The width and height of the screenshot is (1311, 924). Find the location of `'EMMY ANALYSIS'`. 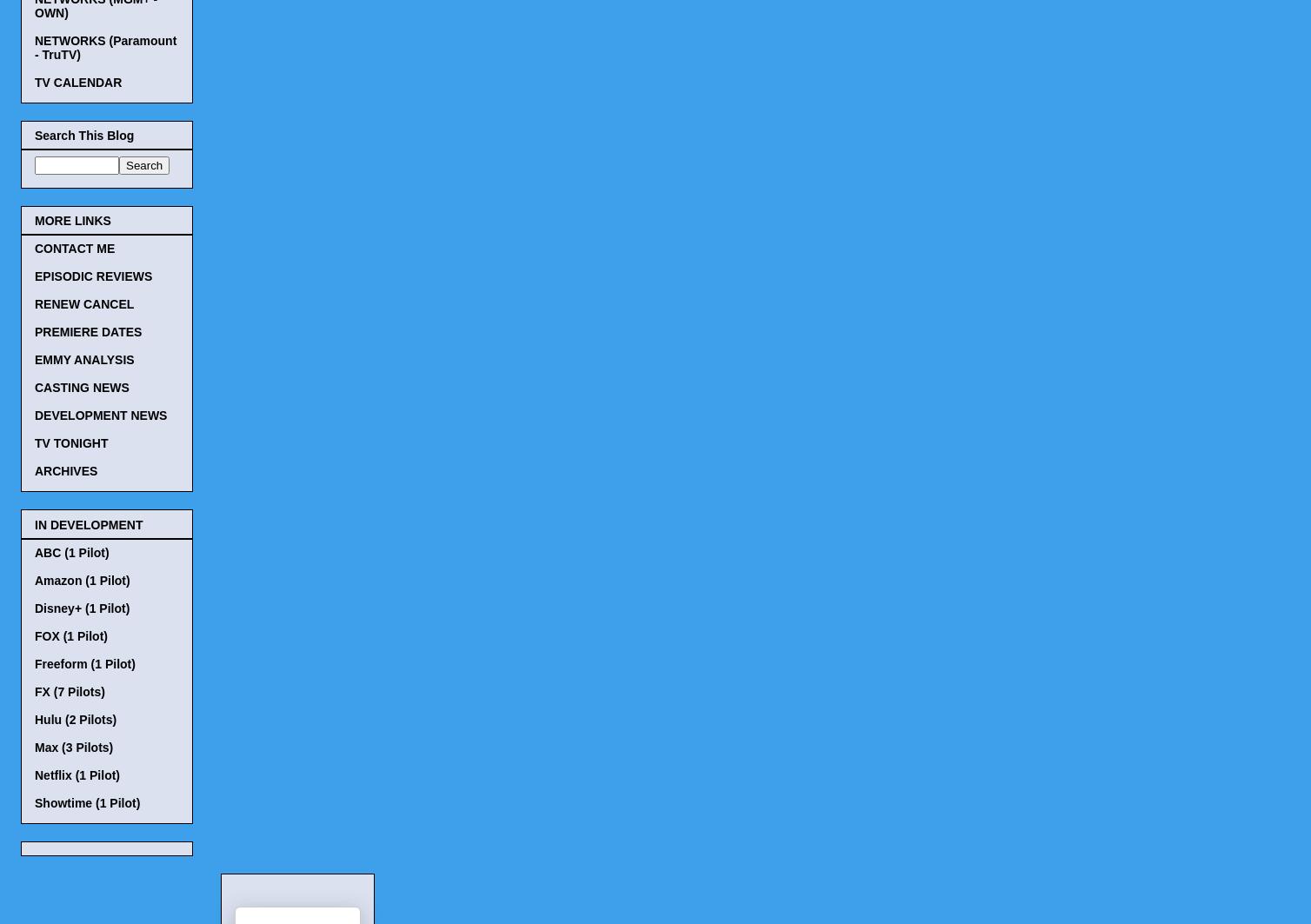

'EMMY ANALYSIS' is located at coordinates (83, 360).